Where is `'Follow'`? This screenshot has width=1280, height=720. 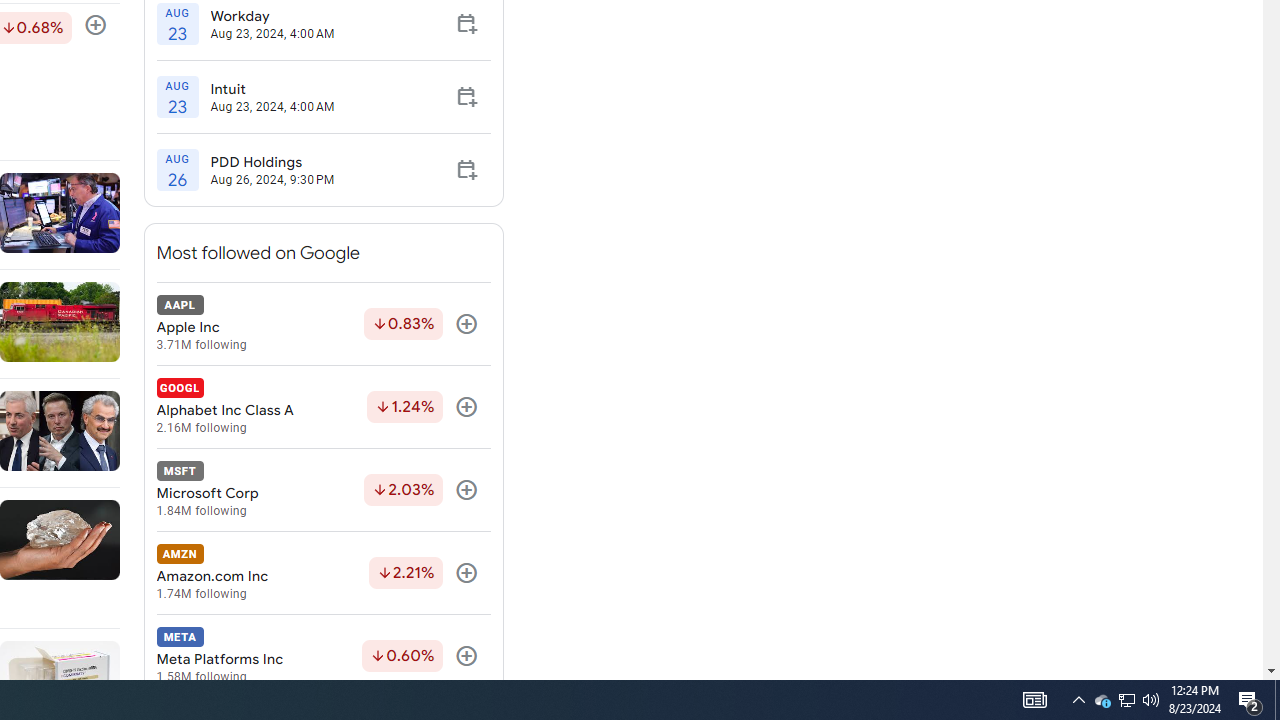
'Follow' is located at coordinates (465, 657).